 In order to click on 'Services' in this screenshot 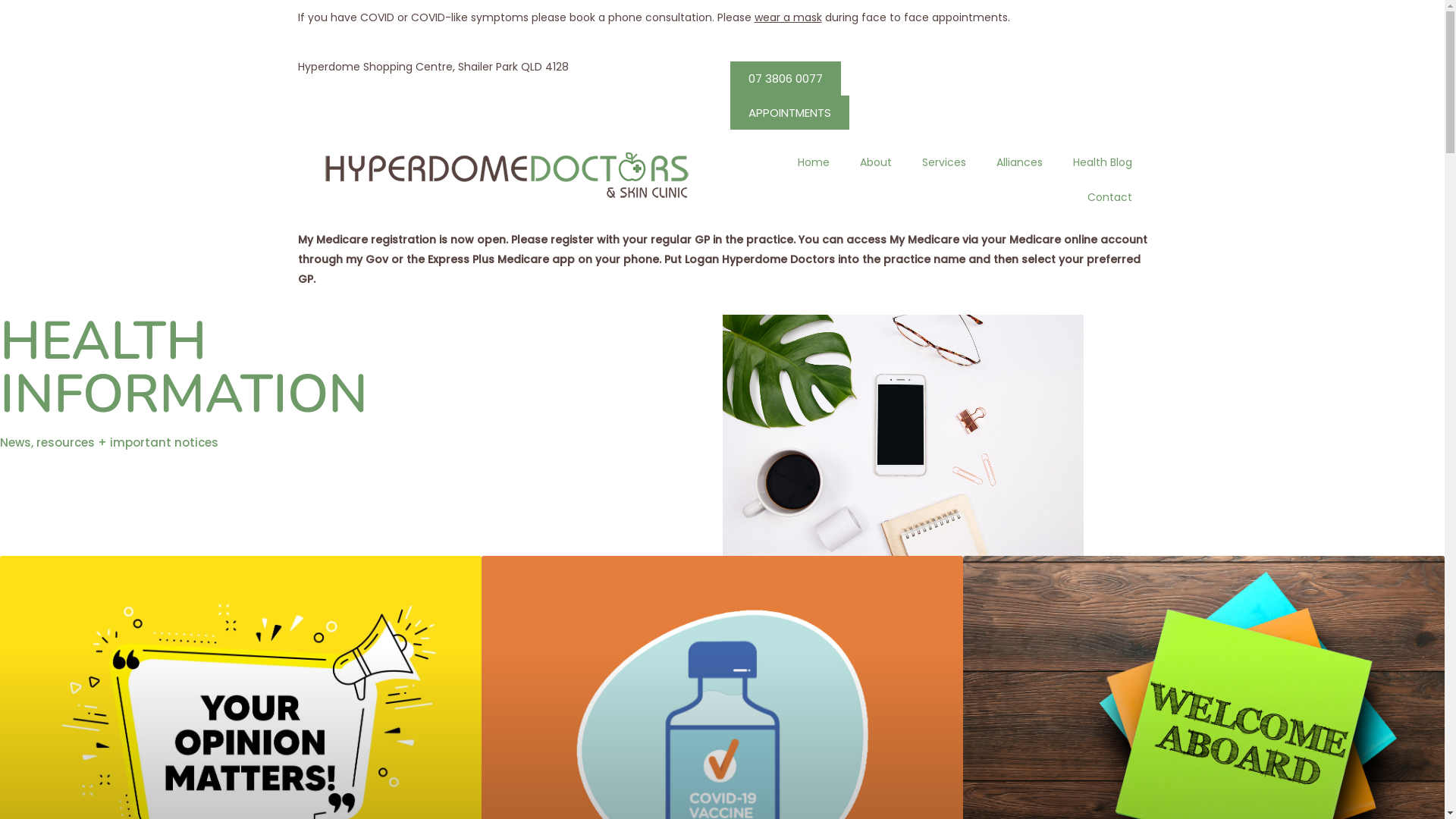, I will do `click(906, 161)`.